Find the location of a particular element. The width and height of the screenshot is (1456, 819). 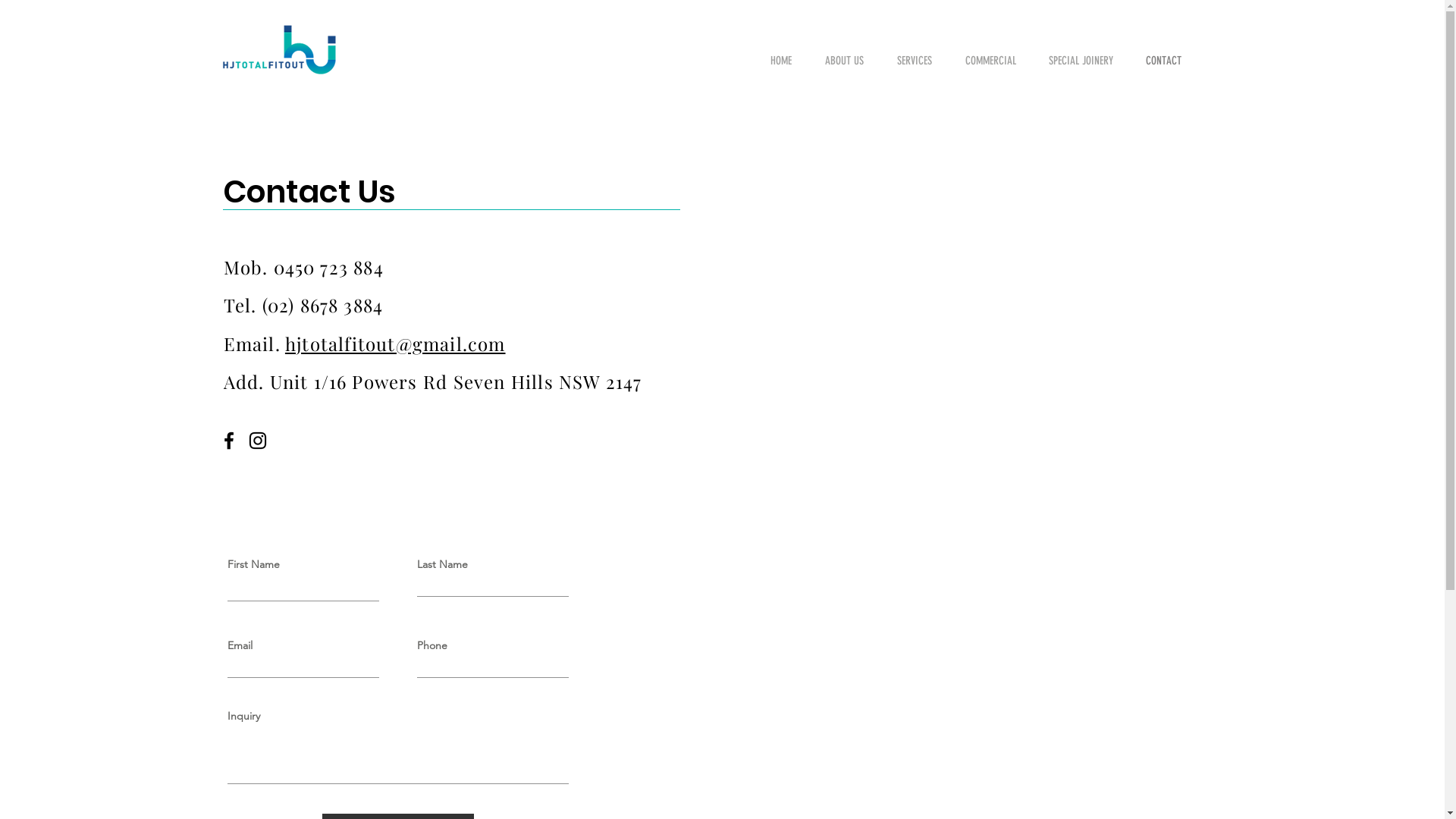

'CONTACT' is located at coordinates (1134, 60).